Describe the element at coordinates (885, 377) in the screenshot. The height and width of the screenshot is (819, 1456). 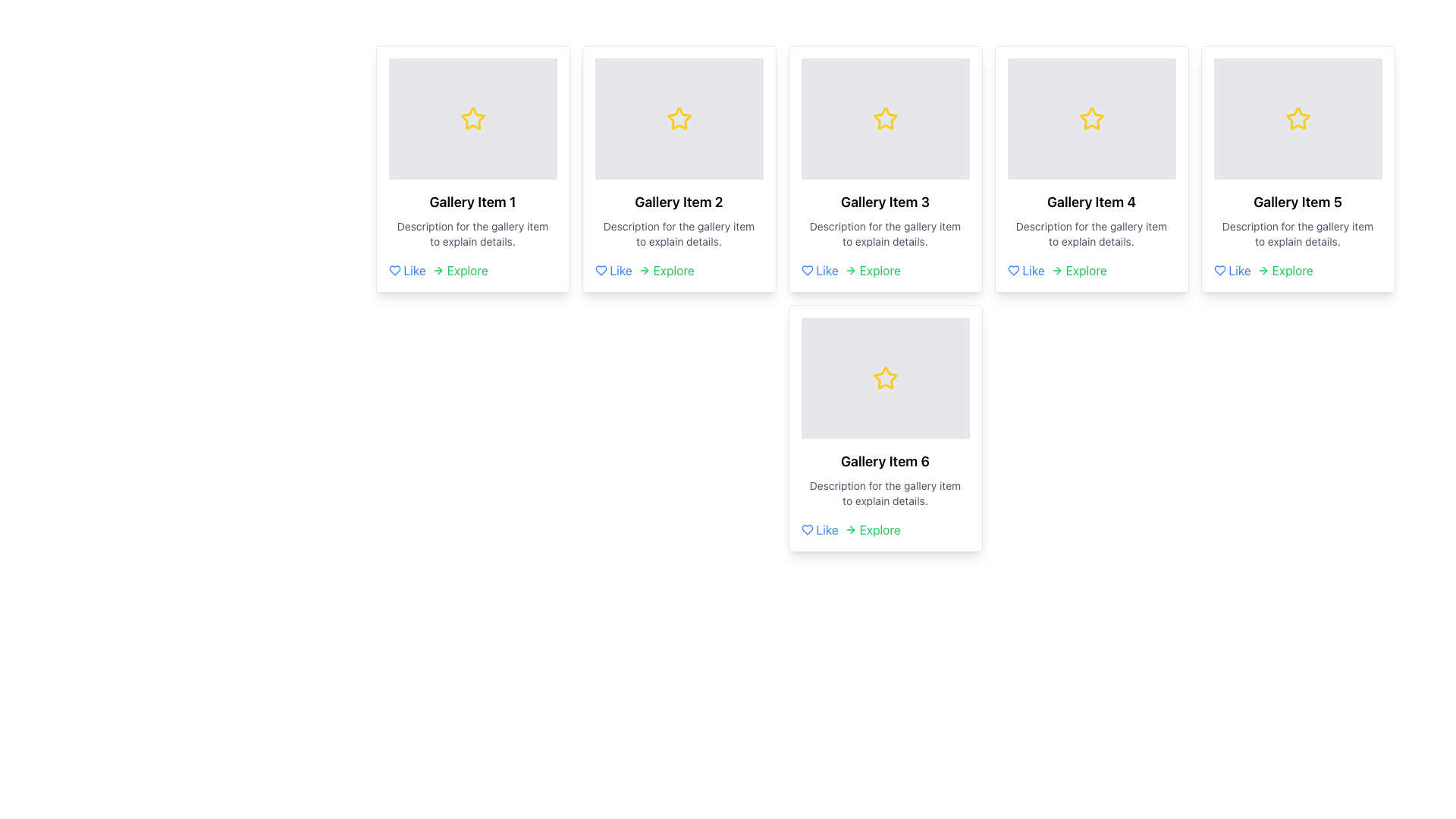
I see `the centered yellow star icon within the light gray rectangular area at the top section of 'Gallery Item 6' card` at that location.